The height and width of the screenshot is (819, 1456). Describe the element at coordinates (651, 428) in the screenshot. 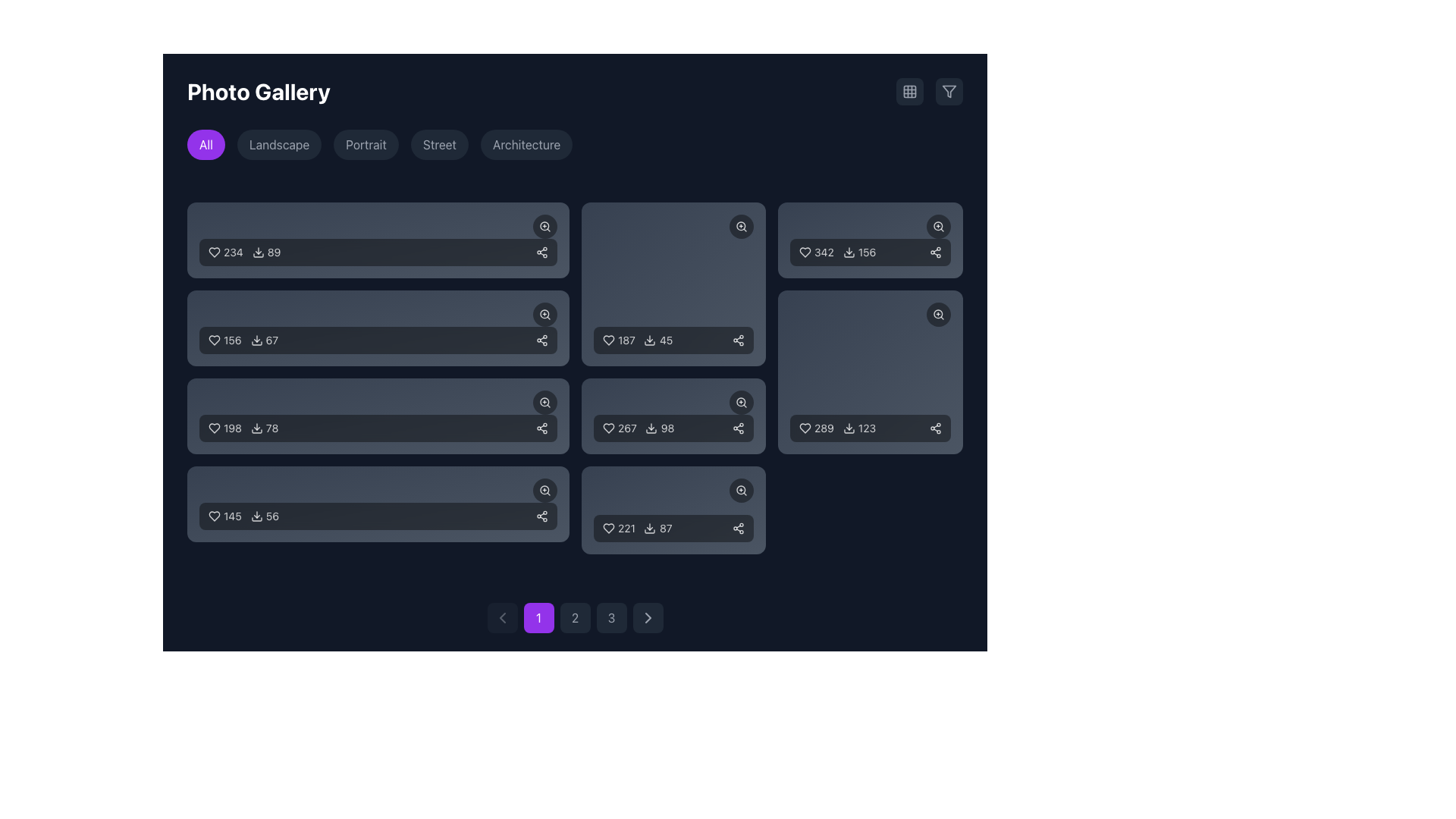

I see `the download button icon represented by a download icon, located near the text '98' in the bottom-right segment of the grid layout` at that location.